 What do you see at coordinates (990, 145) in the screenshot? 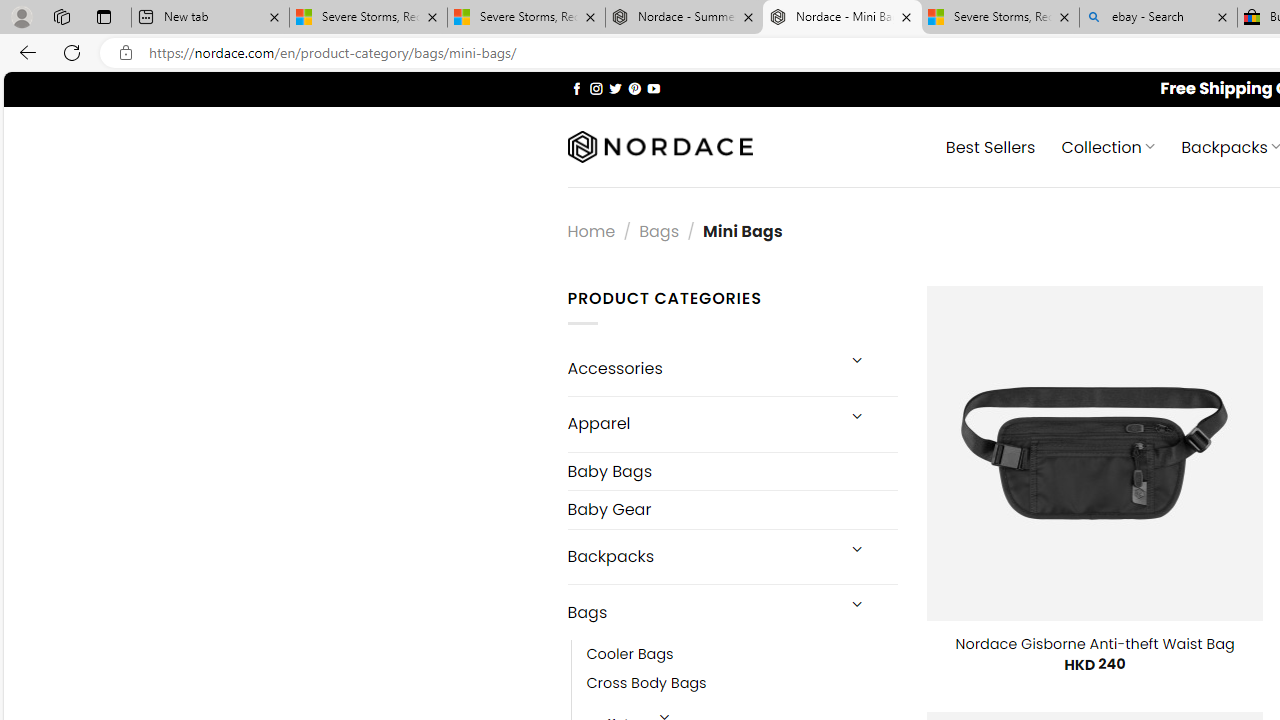
I see `' Best Sellers'` at bounding box center [990, 145].